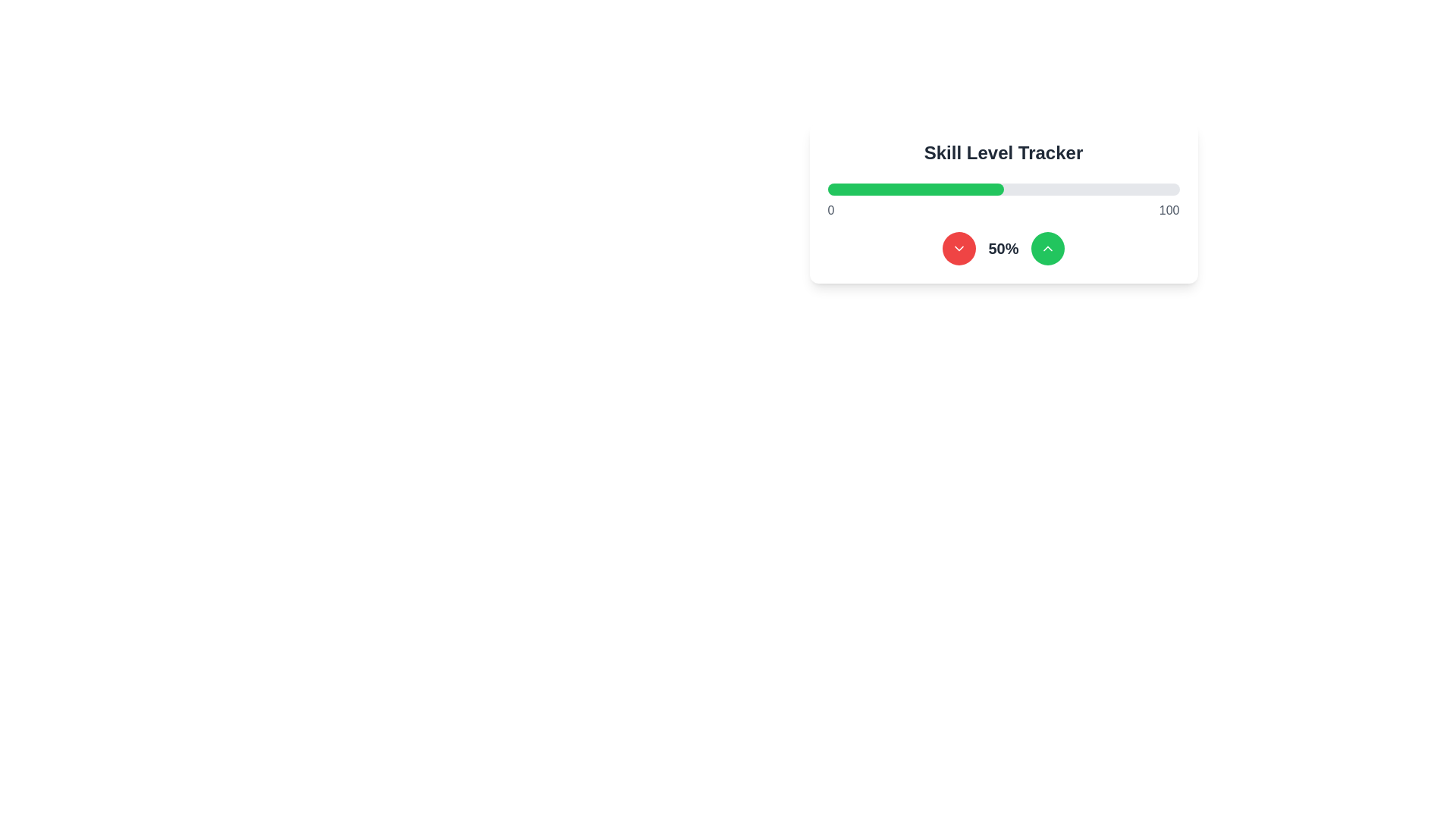 This screenshot has width=1456, height=819. I want to click on the text display that shows '50%' in bold, large, dark gray font, located between a red button on the left and a green button on the right, so click(1003, 247).